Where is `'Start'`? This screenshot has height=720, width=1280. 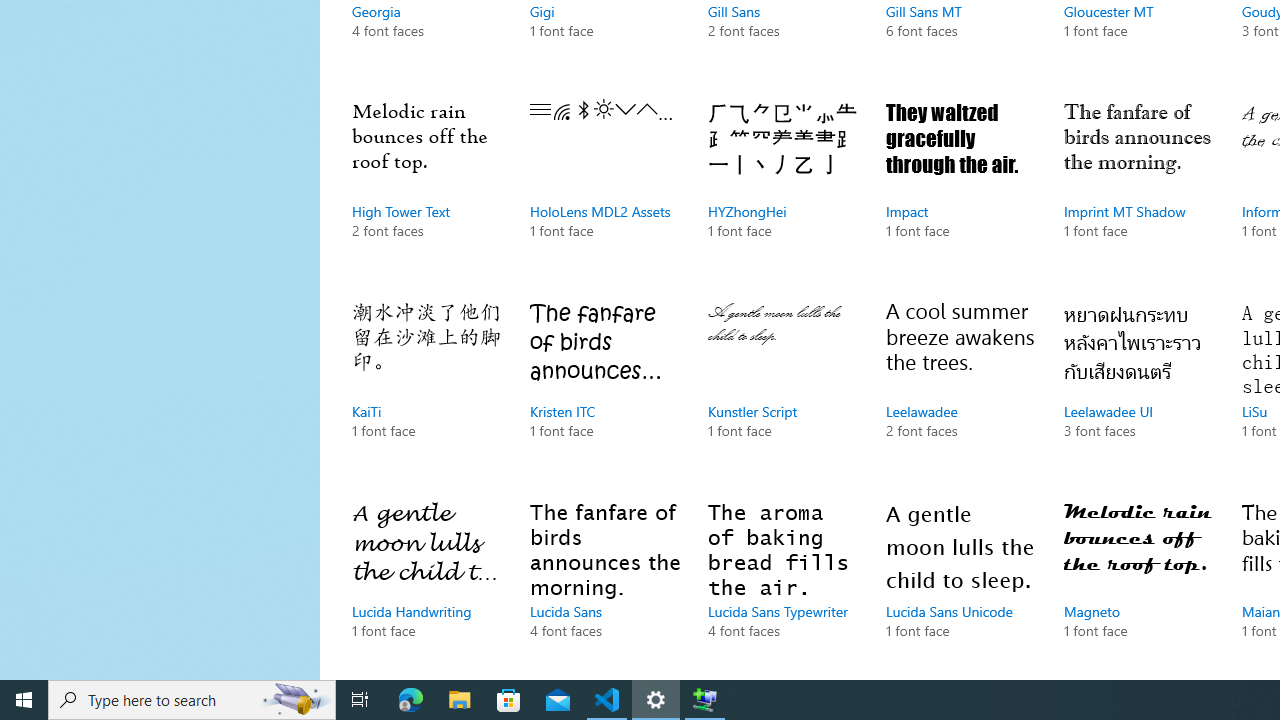
'Start' is located at coordinates (24, 698).